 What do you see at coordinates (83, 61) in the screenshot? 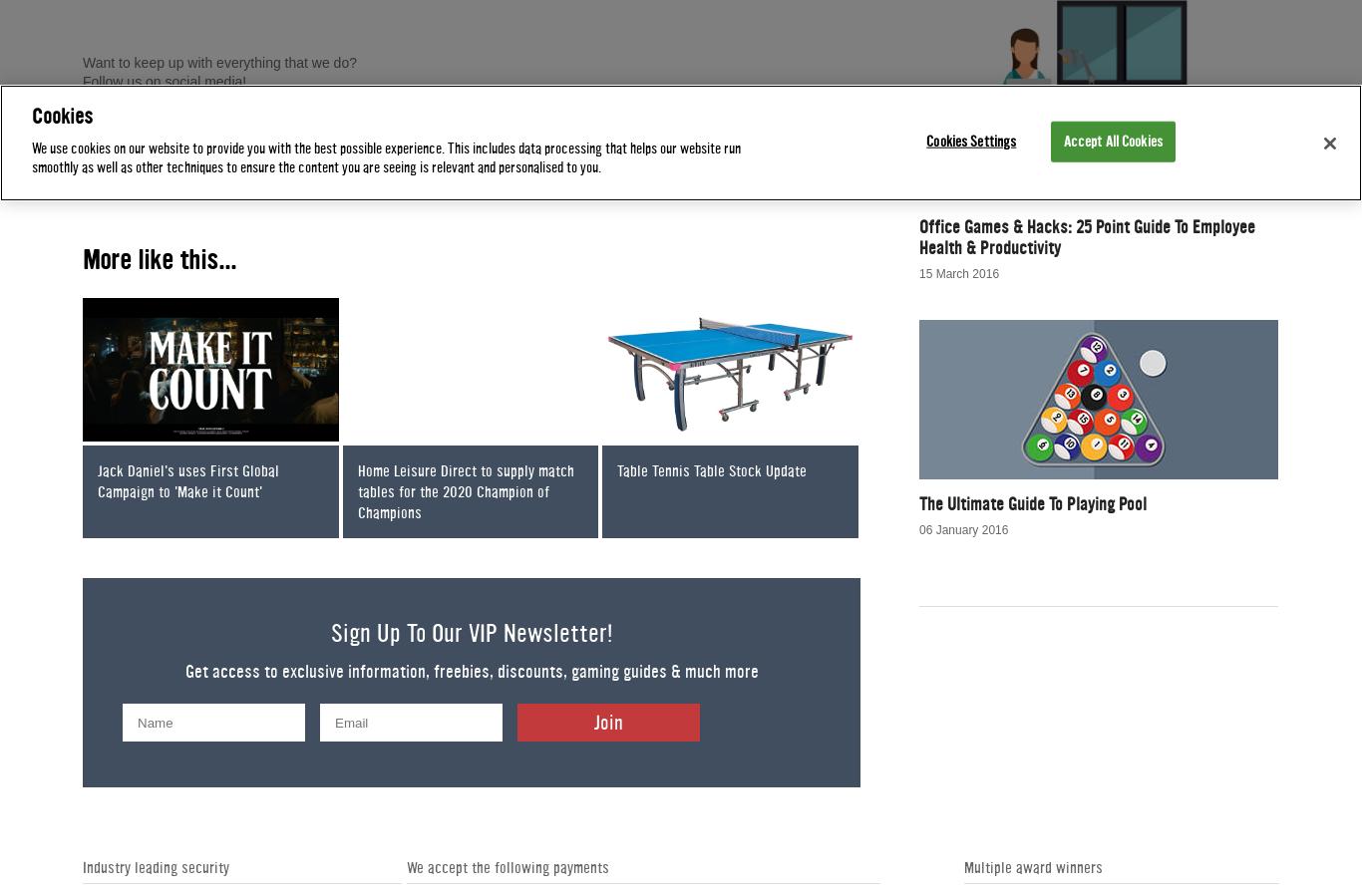
I see `'Want to keep up with everything that we do?'` at bounding box center [83, 61].